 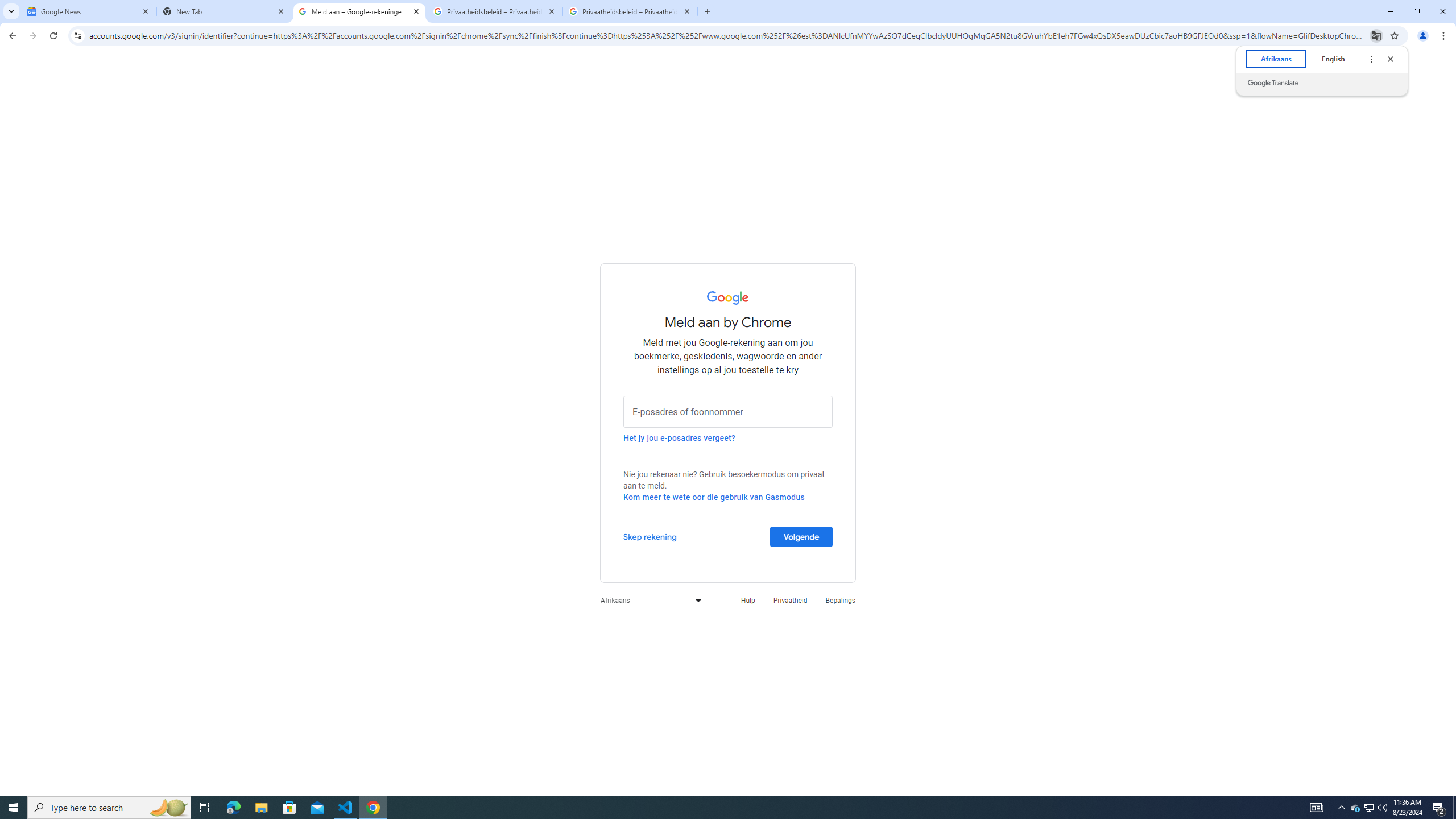 I want to click on 'Volgende', so click(x=801, y=536).